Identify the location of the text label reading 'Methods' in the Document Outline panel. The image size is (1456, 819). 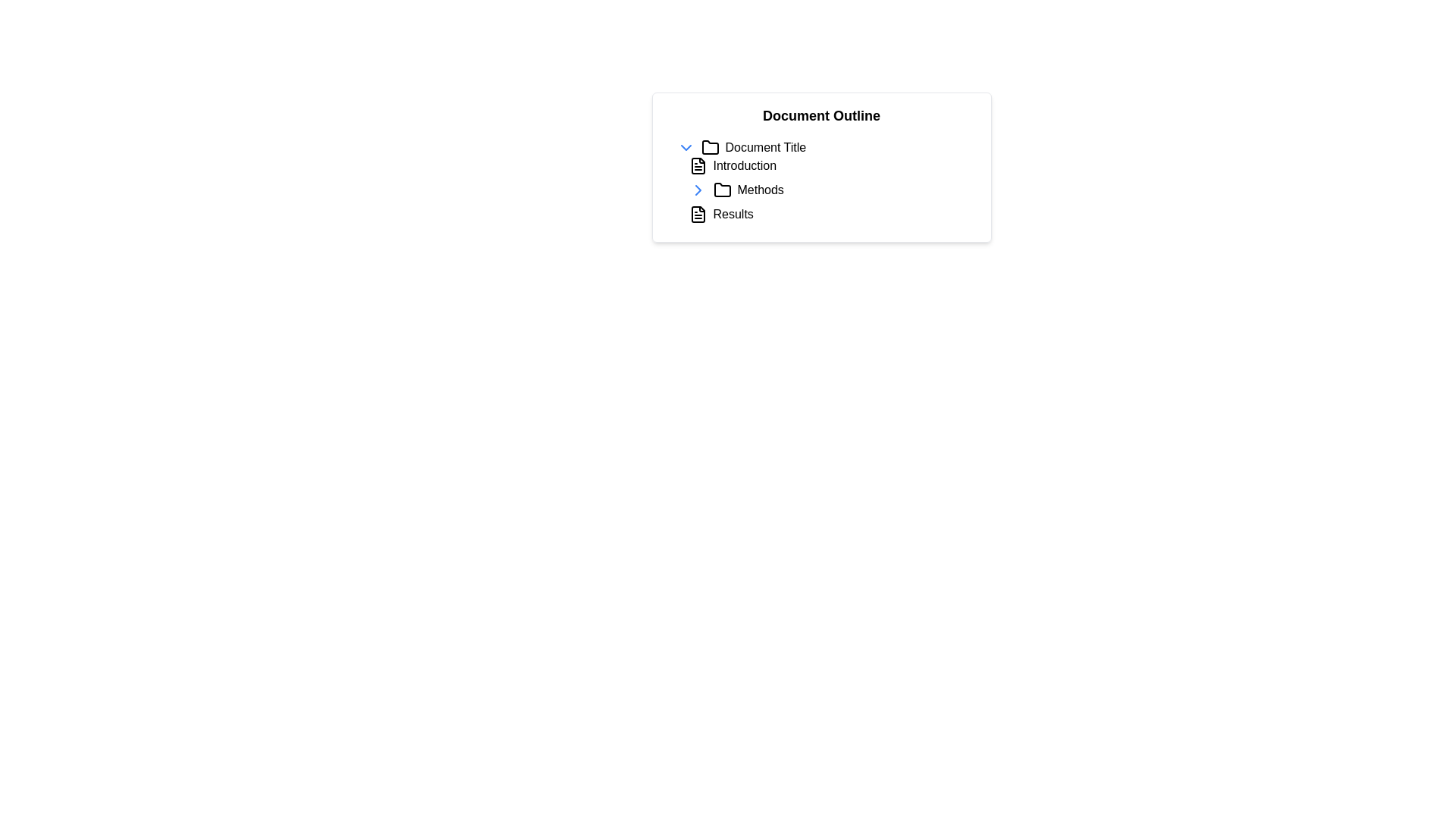
(761, 189).